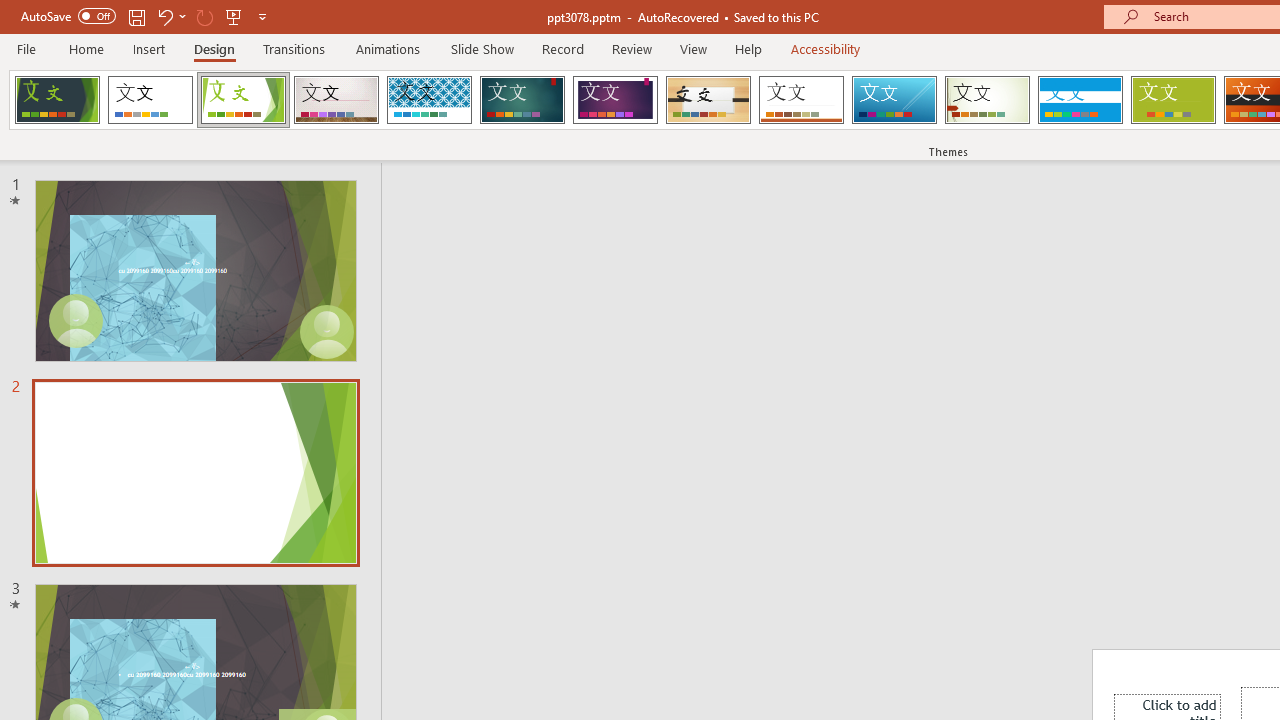 The width and height of the screenshot is (1280, 720). What do you see at coordinates (614, 100) in the screenshot?
I see `'Ion Boardroom'` at bounding box center [614, 100].